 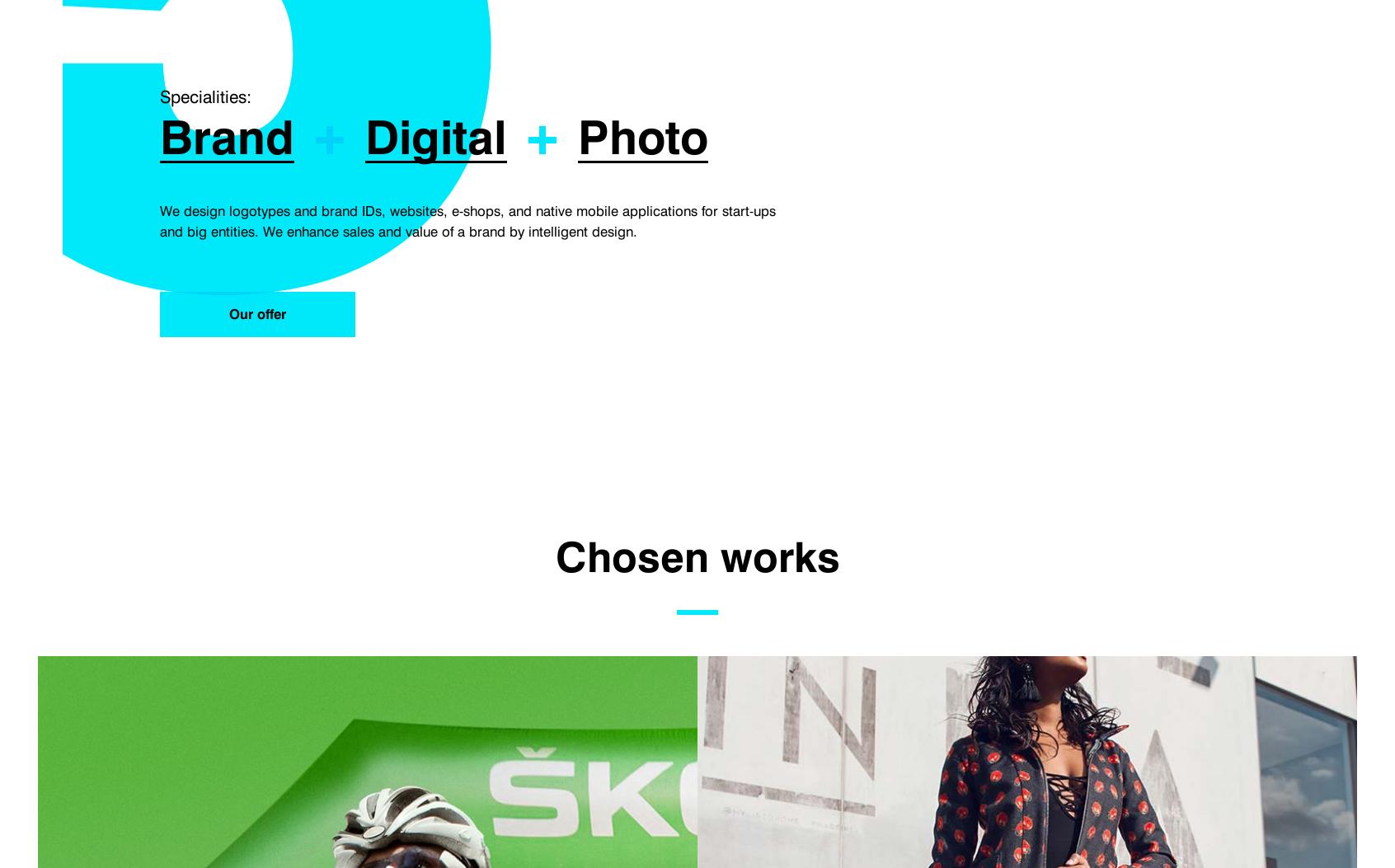 What do you see at coordinates (288, 71) in the screenshot?
I see `'Always Active'` at bounding box center [288, 71].